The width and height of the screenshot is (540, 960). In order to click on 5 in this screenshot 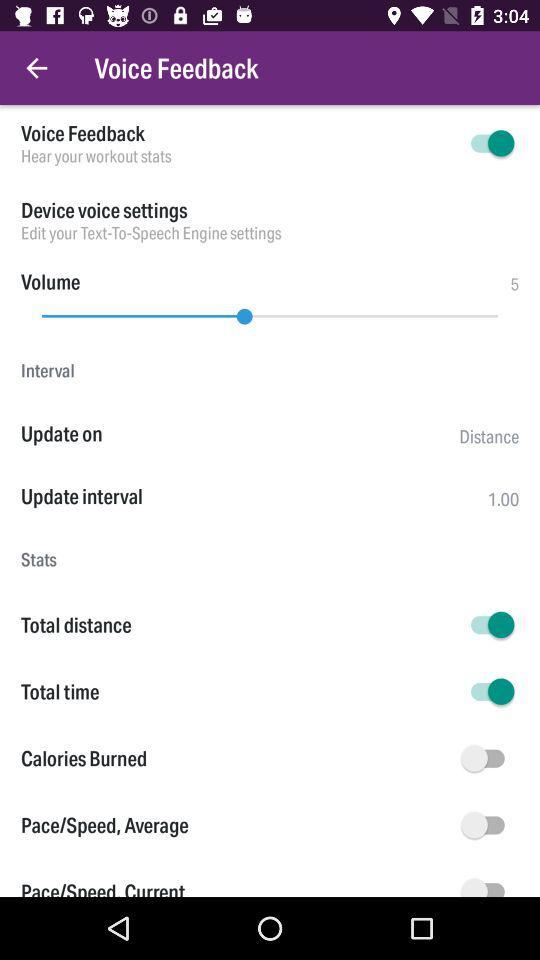, I will do `click(514, 283)`.